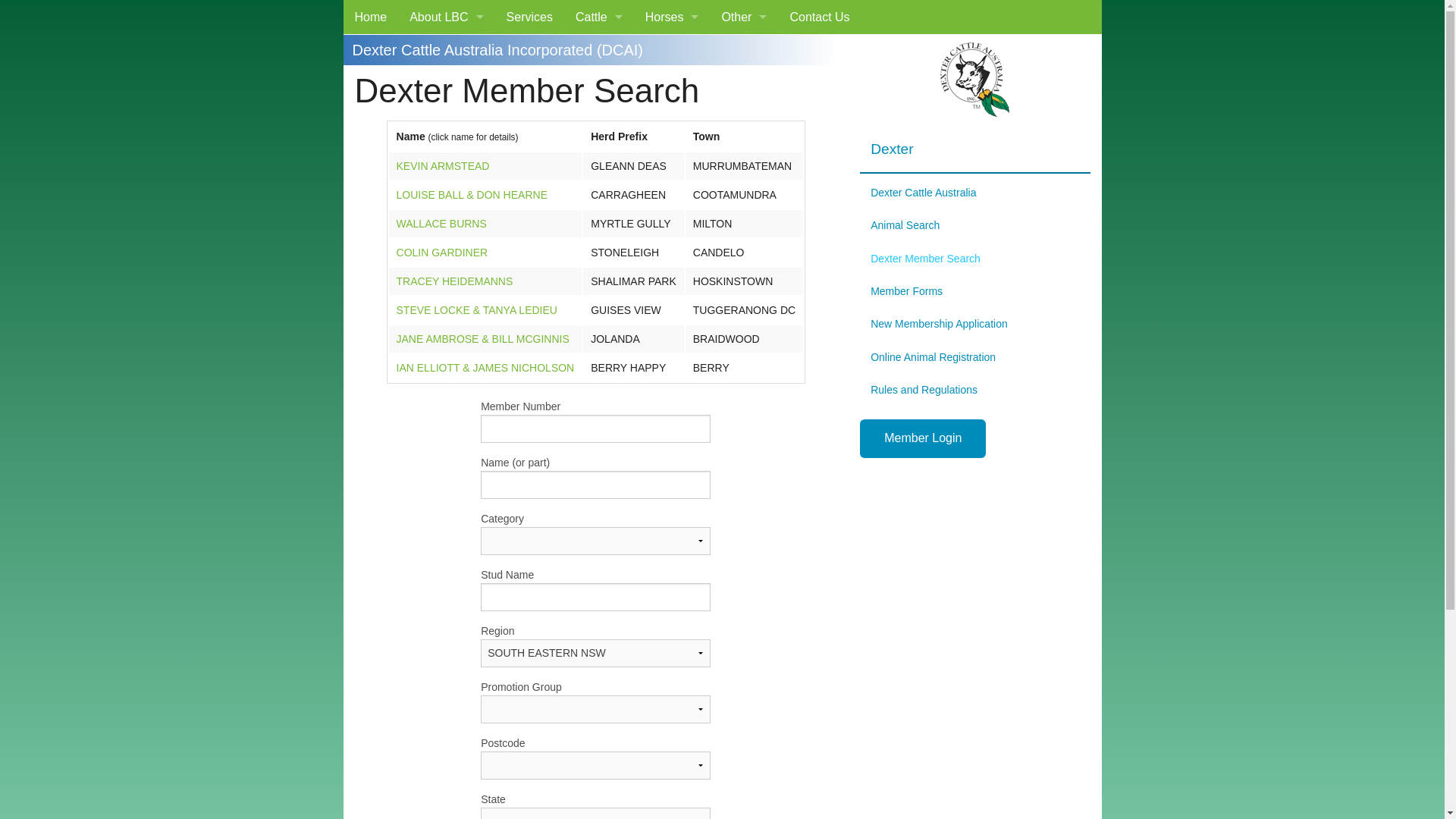 The height and width of the screenshot is (819, 1456). What do you see at coordinates (341, 17) in the screenshot?
I see `'Home'` at bounding box center [341, 17].